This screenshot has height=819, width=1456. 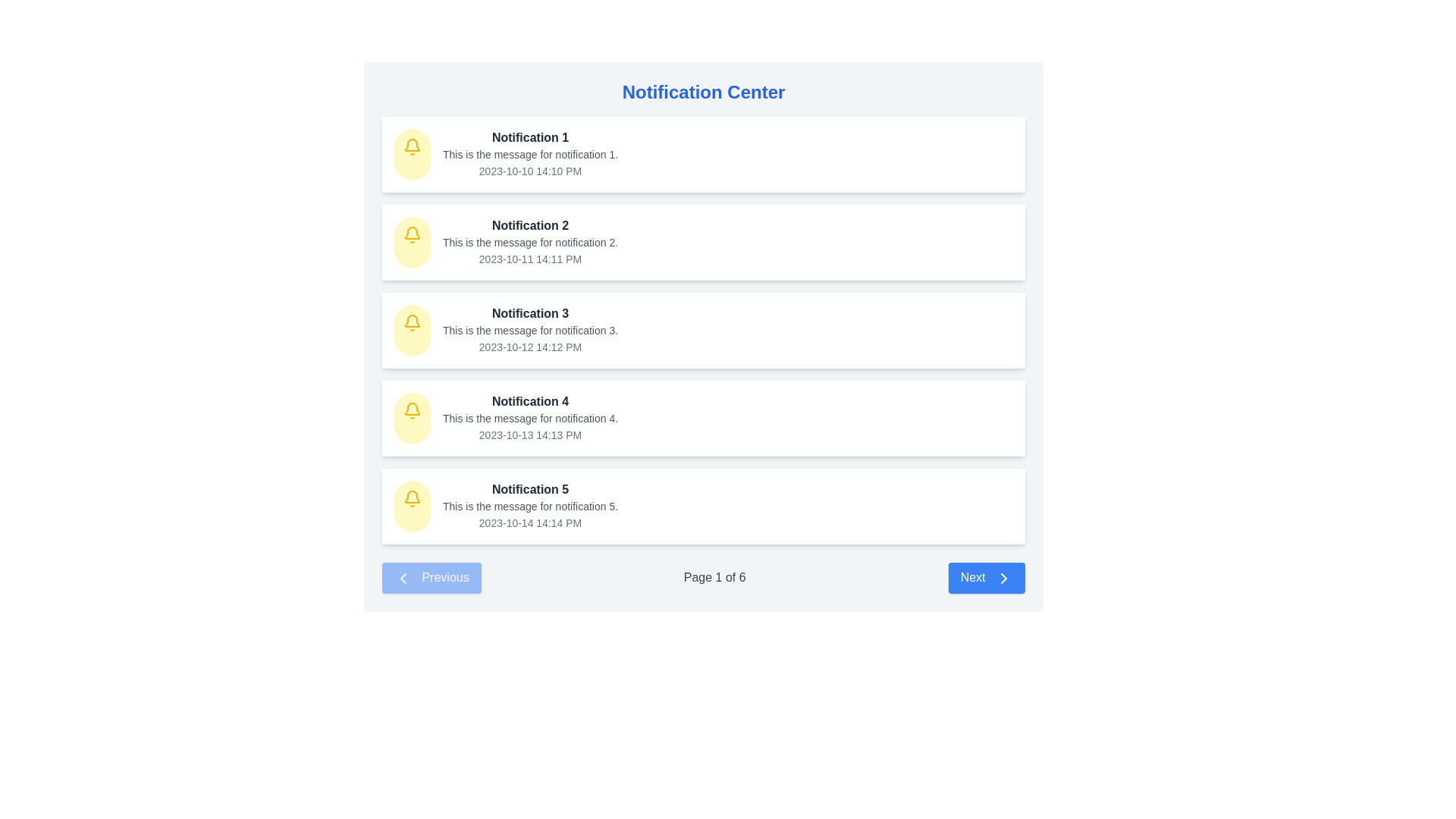 What do you see at coordinates (412, 329) in the screenshot?
I see `the small yellow bell-shaped icon located in the upper-left section of the 'Notification 3' card` at bounding box center [412, 329].